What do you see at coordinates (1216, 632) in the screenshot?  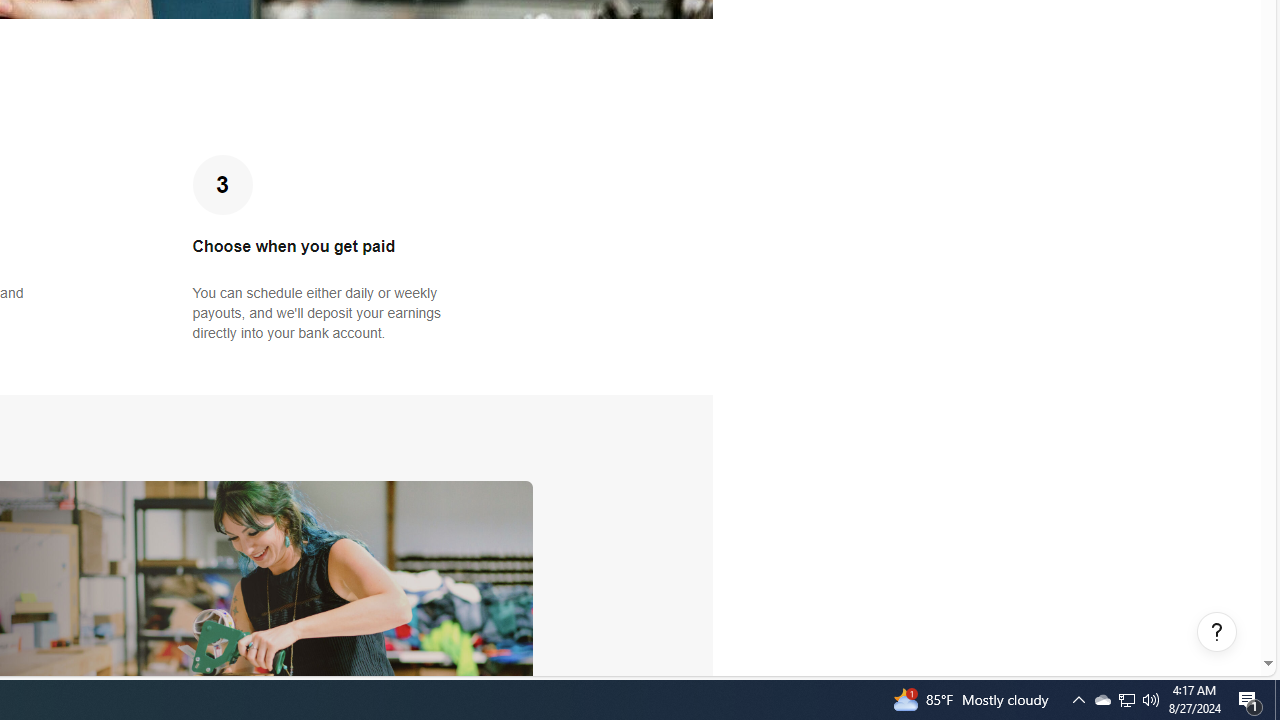 I see `'Help, opens dialogs'` at bounding box center [1216, 632].